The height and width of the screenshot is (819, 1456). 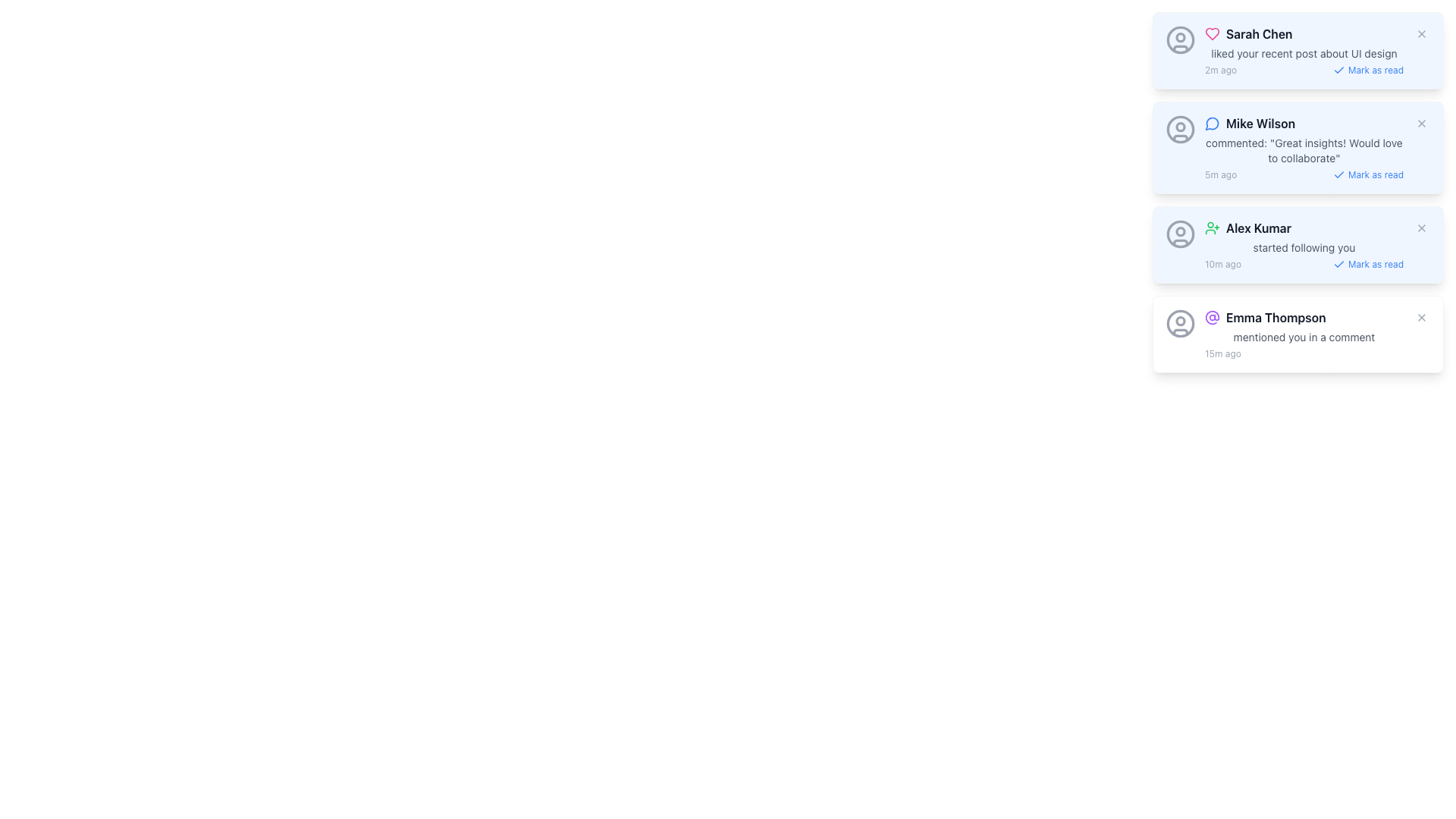 I want to click on the dismiss button located at the top-right corner of the 'Emma Thompson mentioned you in a comment' notification card, so click(x=1421, y=317).